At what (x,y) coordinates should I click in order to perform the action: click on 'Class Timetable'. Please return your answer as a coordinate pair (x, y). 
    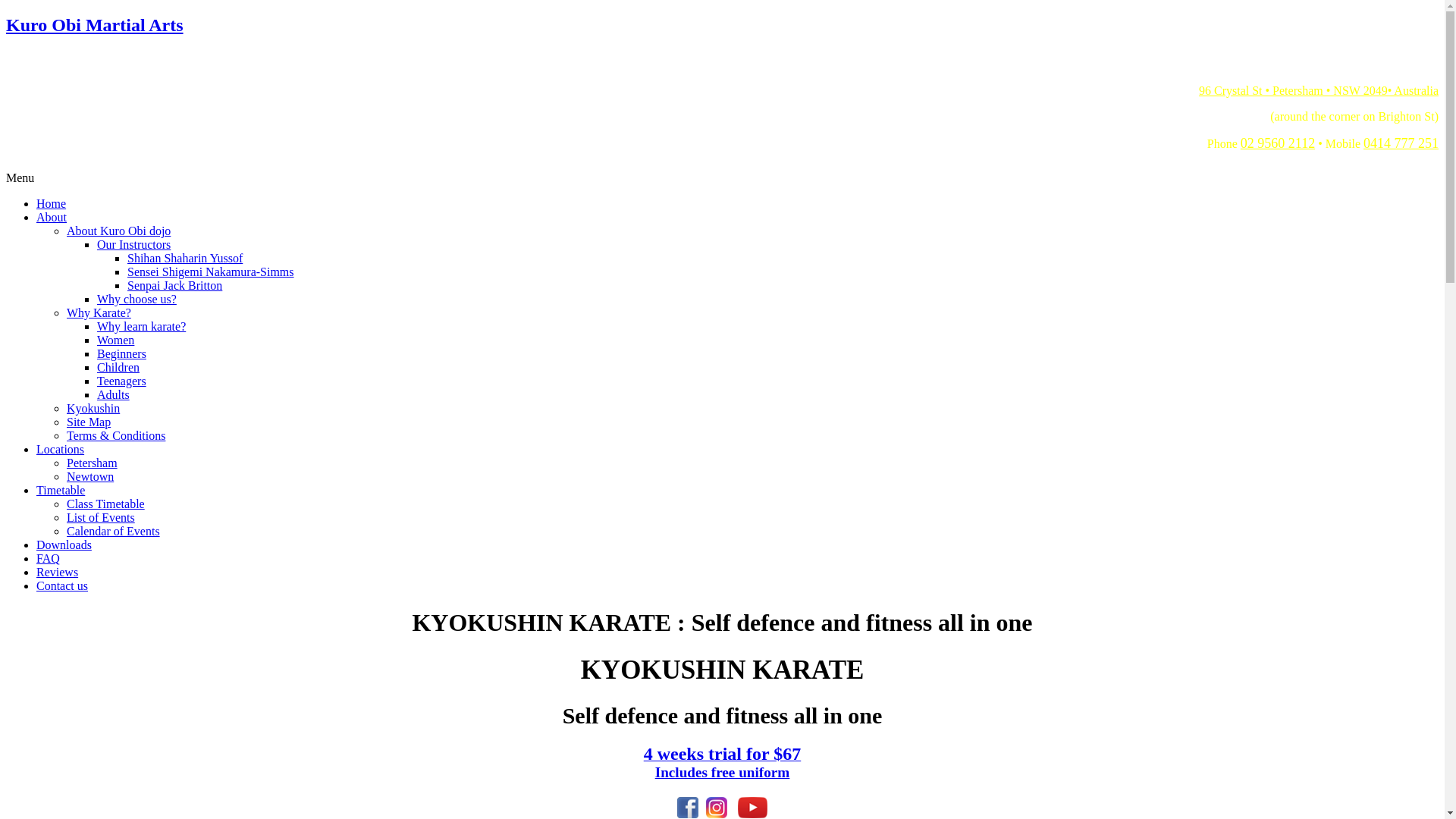
    Looking at the image, I should click on (105, 504).